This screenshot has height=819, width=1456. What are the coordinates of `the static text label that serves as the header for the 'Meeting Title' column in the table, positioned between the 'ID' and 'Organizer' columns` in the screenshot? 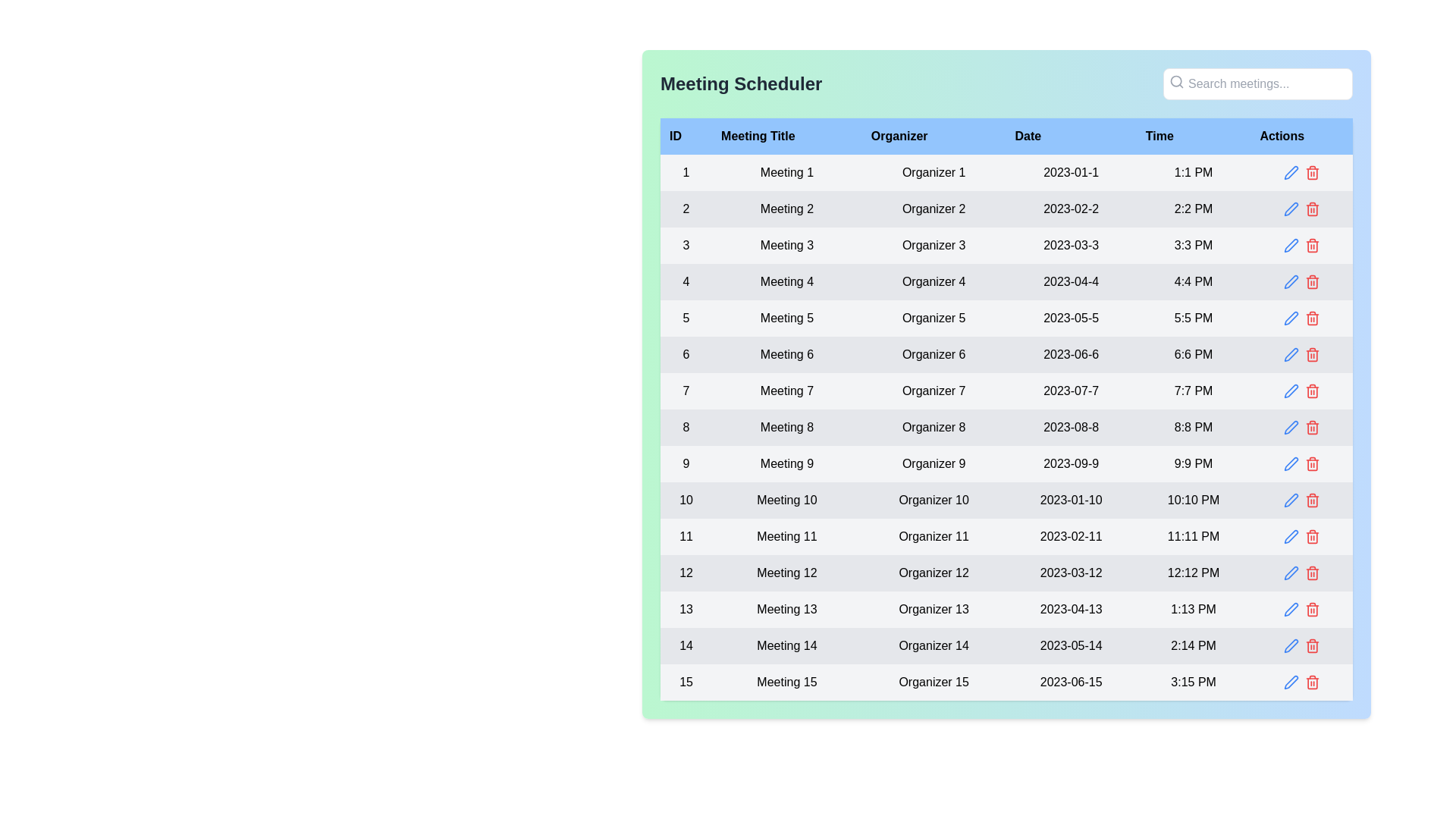 It's located at (786, 136).